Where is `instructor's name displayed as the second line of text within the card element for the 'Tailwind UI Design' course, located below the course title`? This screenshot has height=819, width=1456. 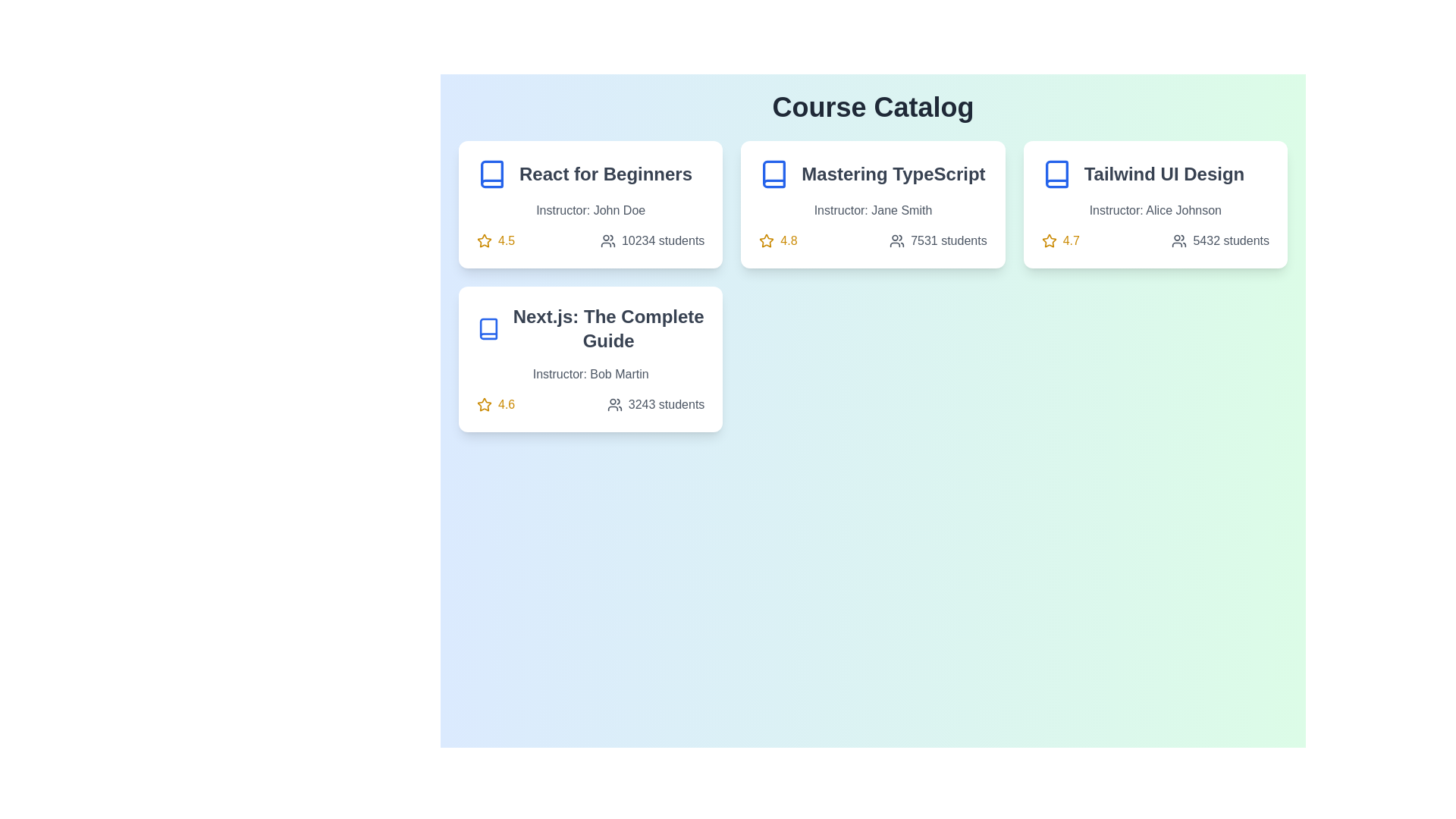
instructor's name displayed as the second line of text within the card element for the 'Tailwind UI Design' course, located below the course title is located at coordinates (1154, 210).